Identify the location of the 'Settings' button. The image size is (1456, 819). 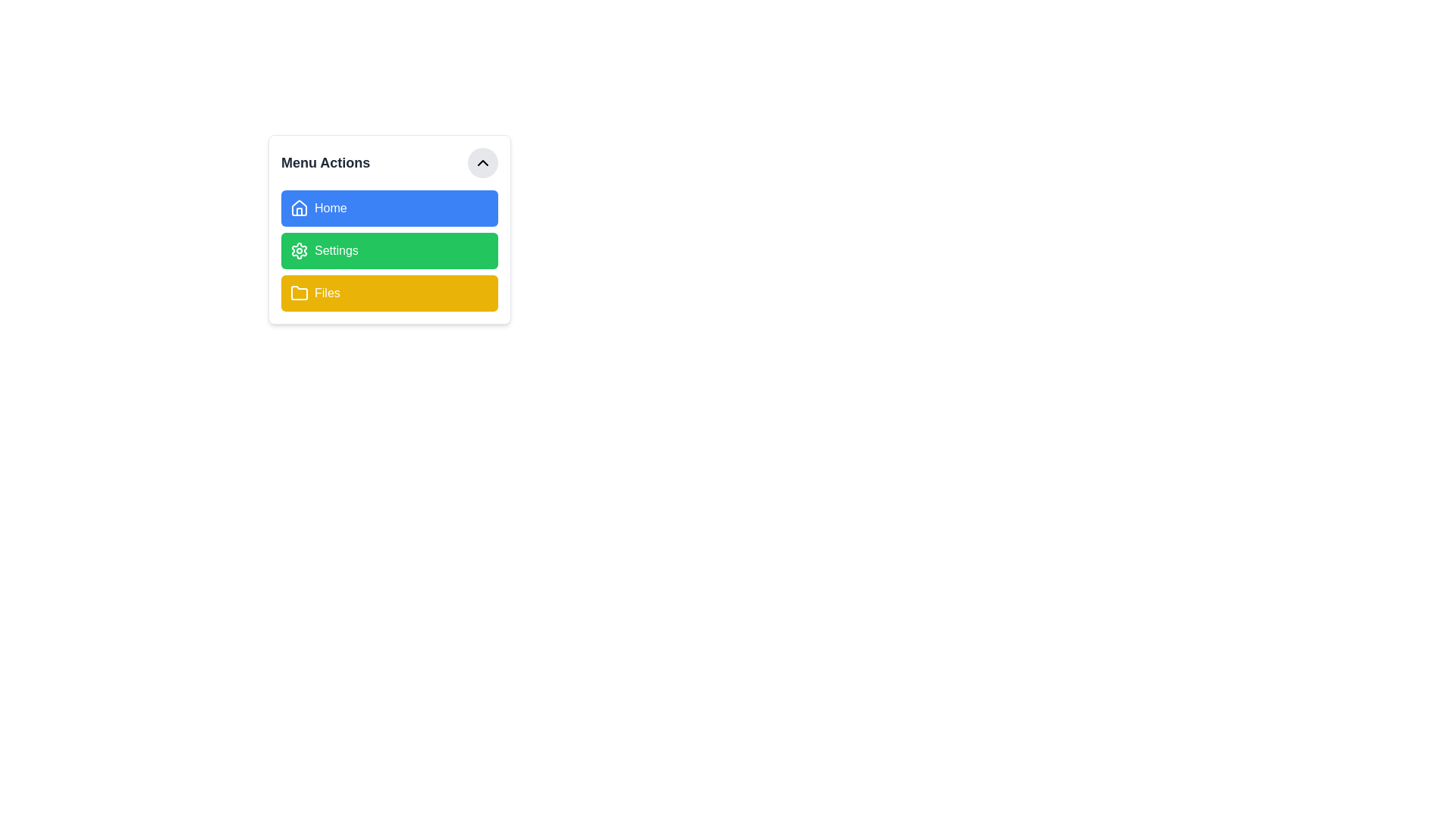
(389, 250).